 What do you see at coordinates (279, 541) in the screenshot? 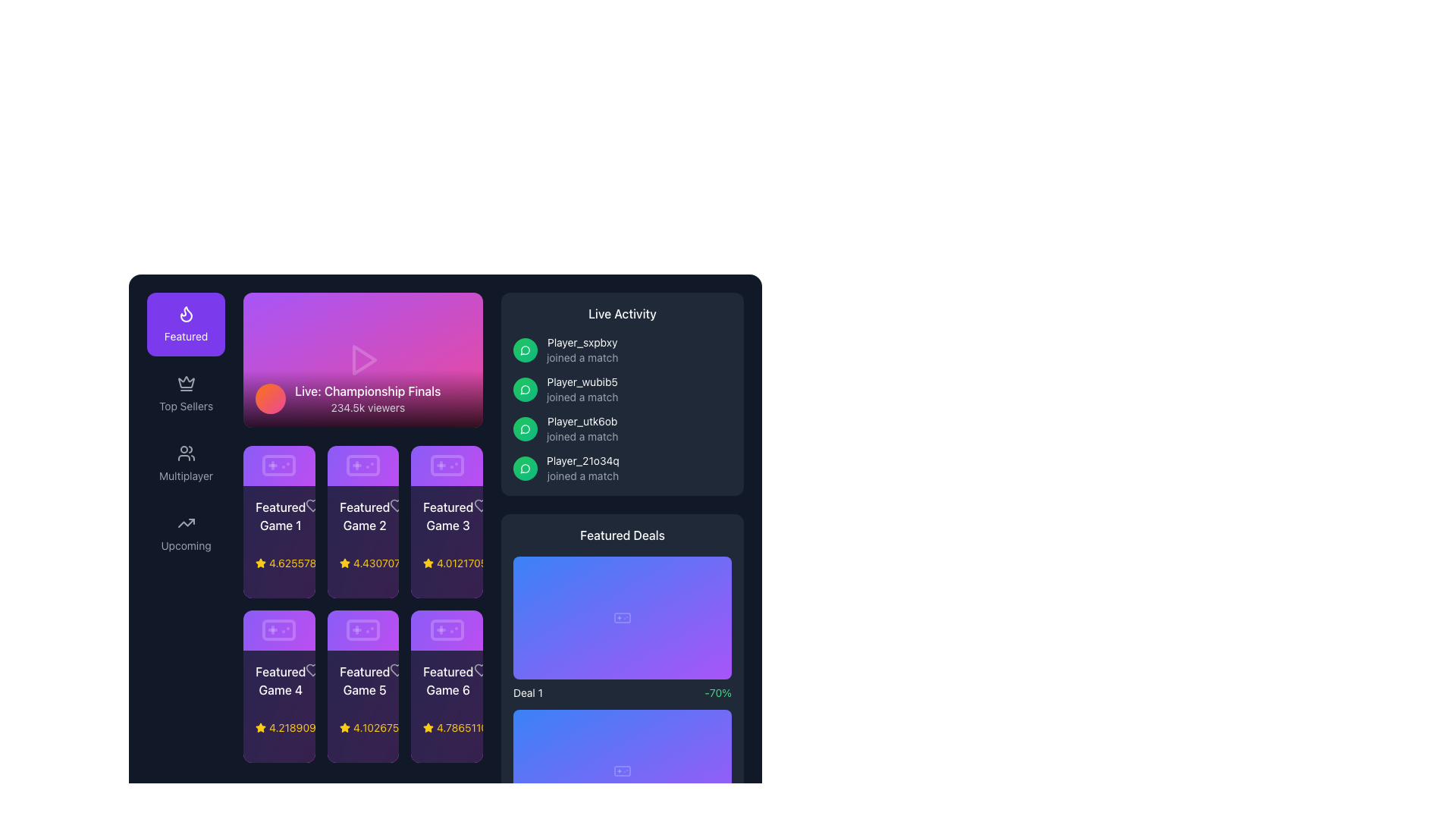
I see `the featured game card in the first cell of the top row in the 'Featured Games' section` at bounding box center [279, 541].